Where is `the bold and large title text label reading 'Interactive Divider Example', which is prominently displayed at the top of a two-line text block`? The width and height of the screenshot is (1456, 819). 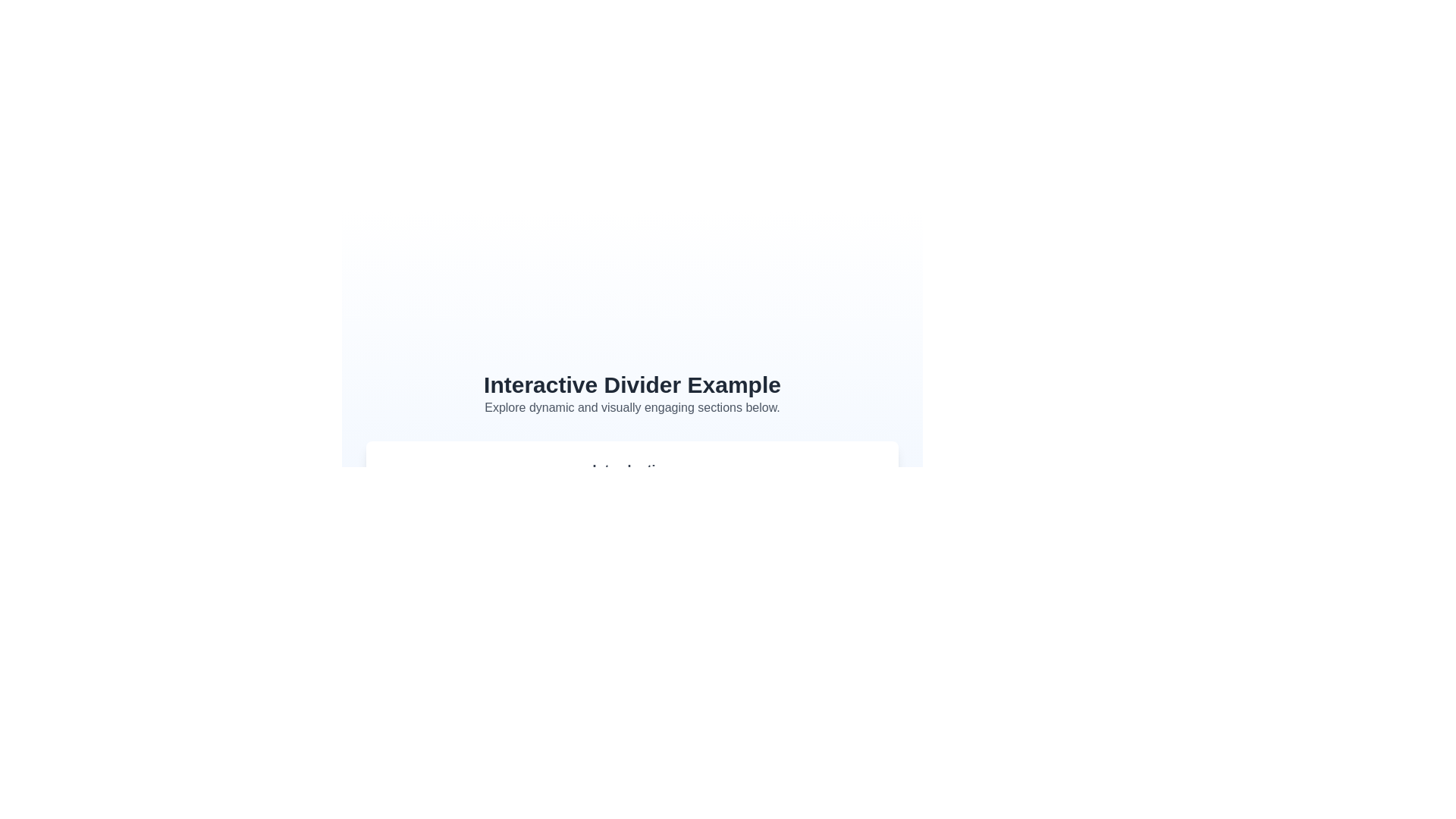 the bold and large title text label reading 'Interactive Divider Example', which is prominently displayed at the top of a two-line text block is located at coordinates (632, 384).